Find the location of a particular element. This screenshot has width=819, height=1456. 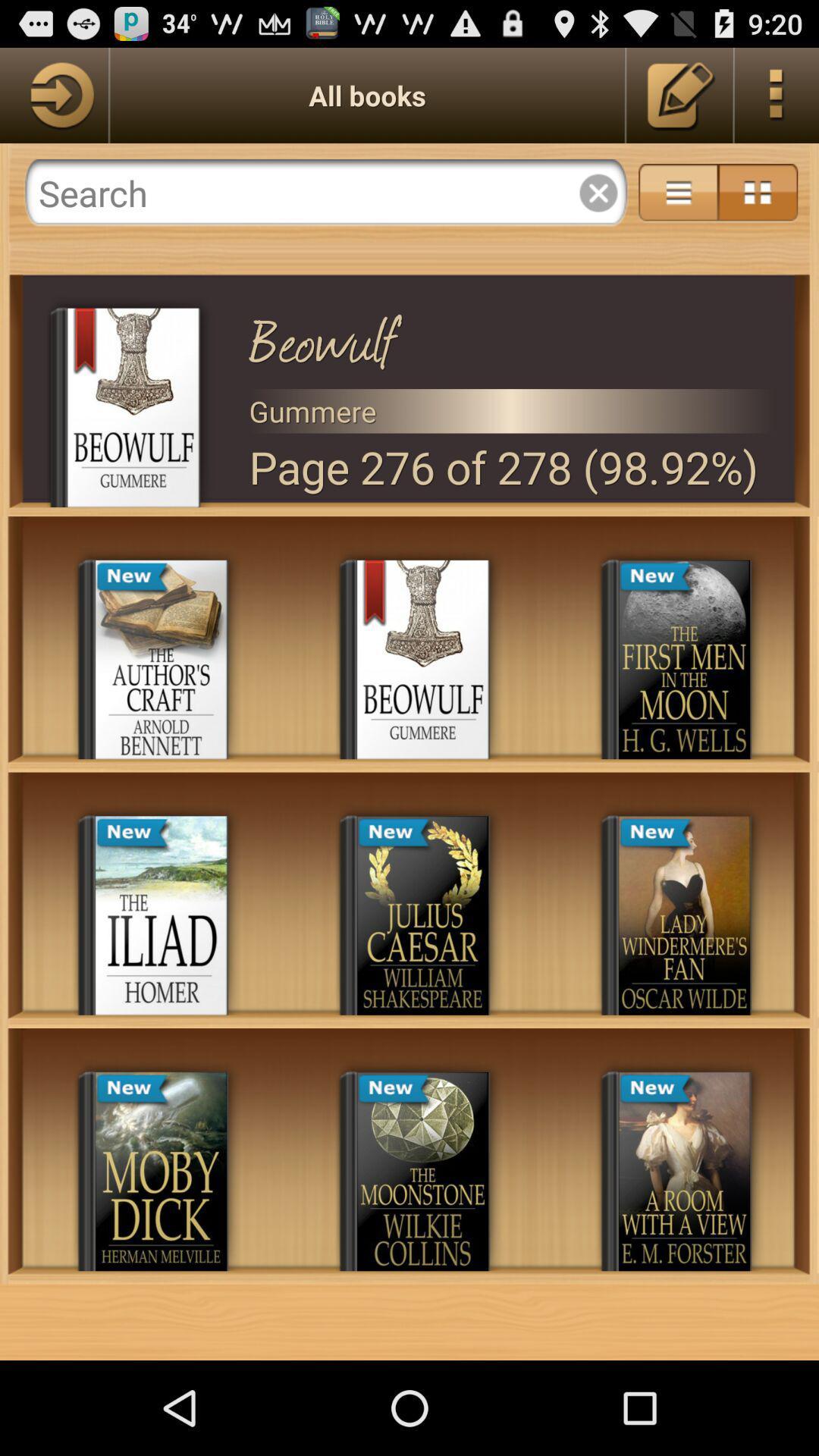

the edit icon is located at coordinates (679, 101).